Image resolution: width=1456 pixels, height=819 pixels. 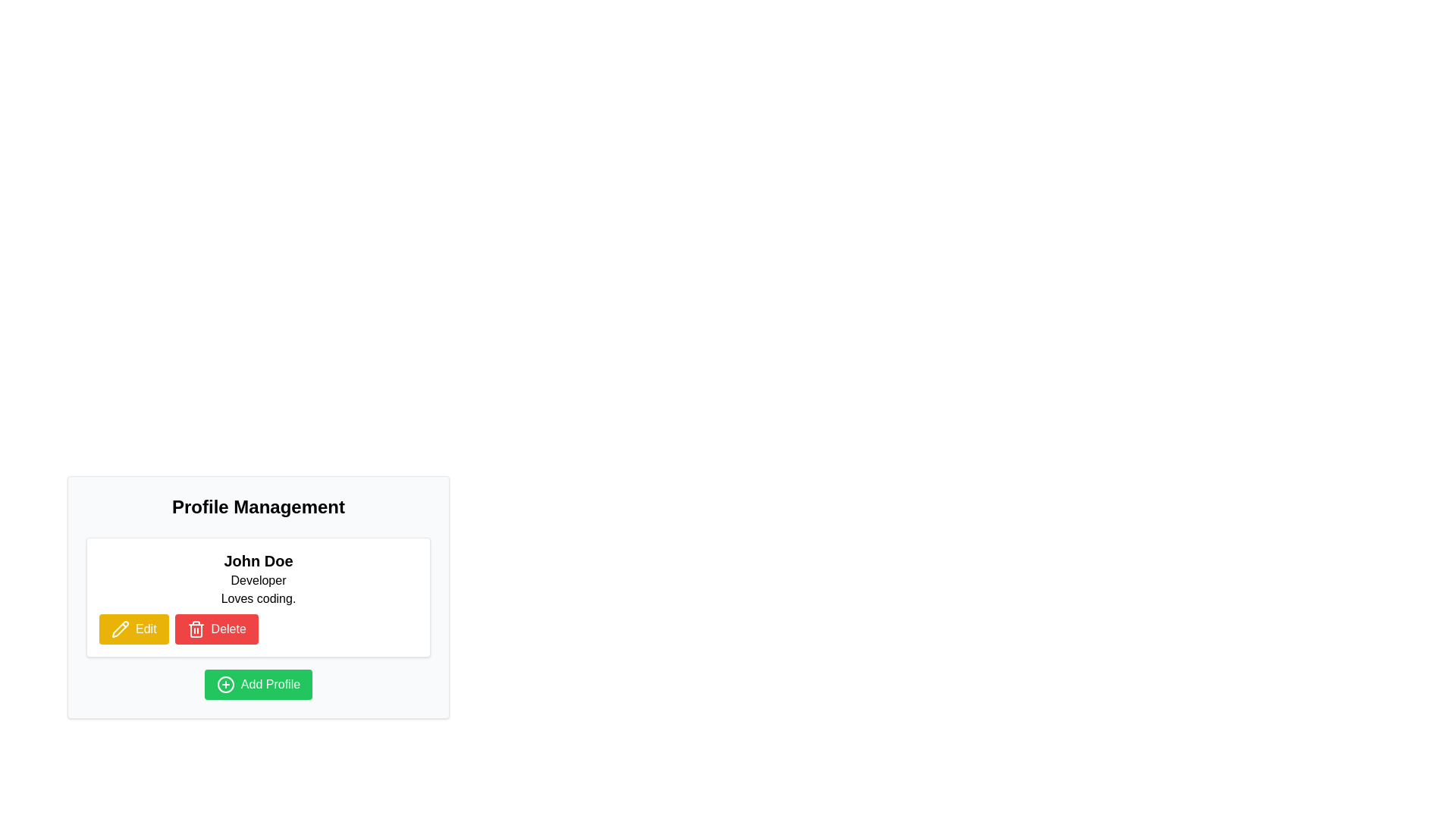 I want to click on the 'Add Profile' button which contains the decorative SVG Circle graphic positioned centrally within the button, so click(x=224, y=684).